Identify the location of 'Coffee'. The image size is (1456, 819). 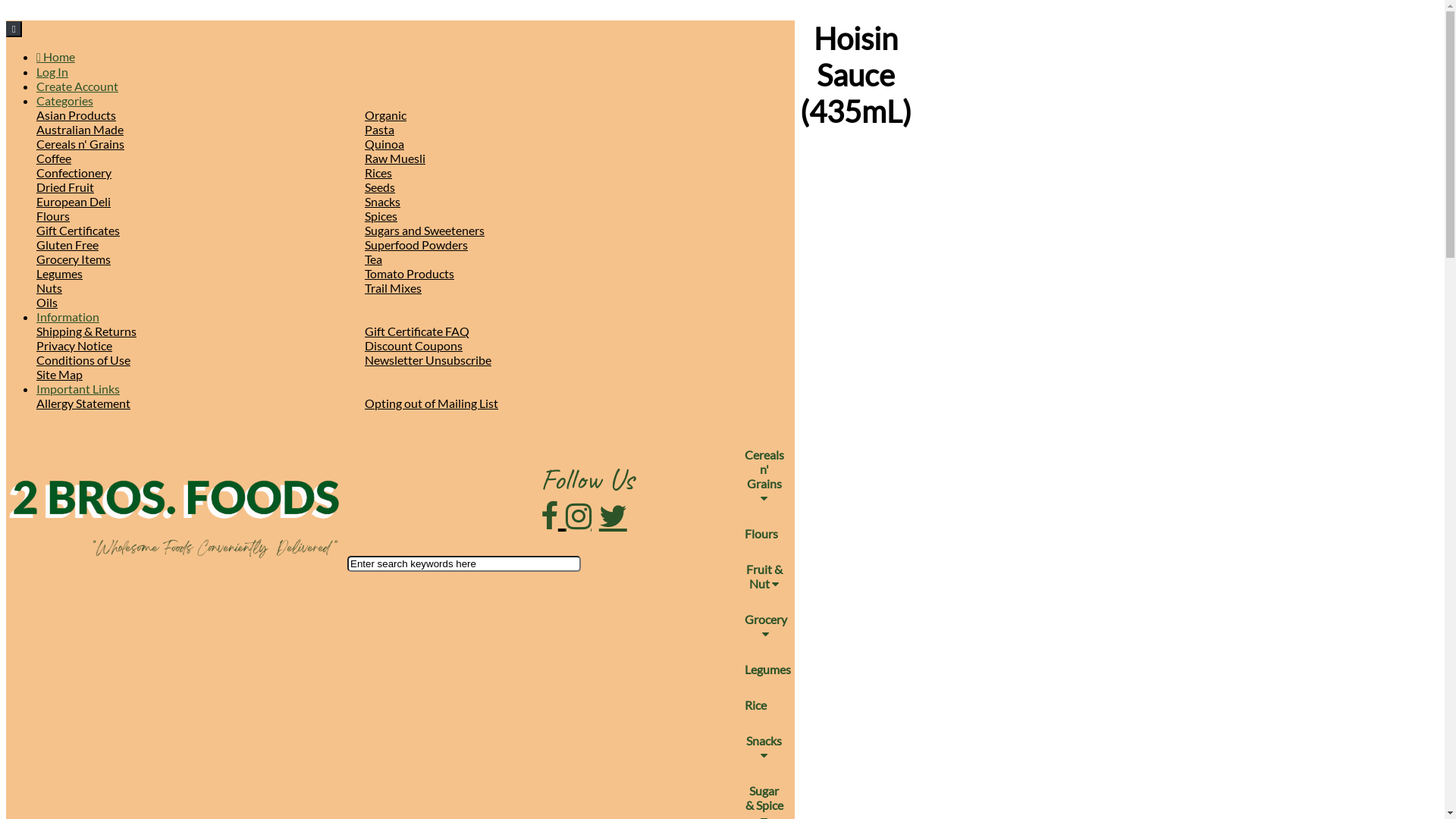
(36, 158).